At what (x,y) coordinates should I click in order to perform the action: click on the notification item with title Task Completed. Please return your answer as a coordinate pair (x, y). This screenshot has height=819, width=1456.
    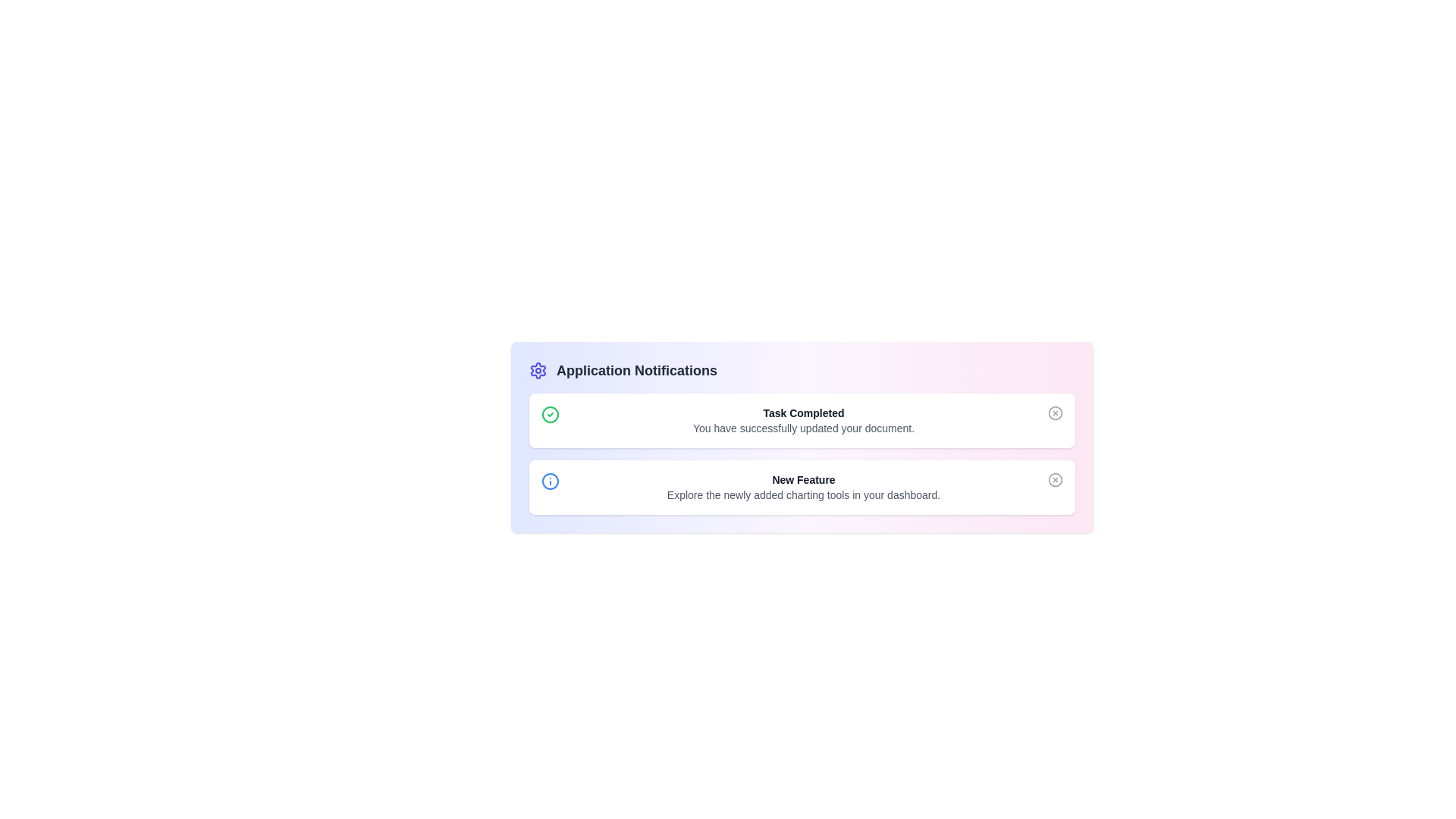
    Looking at the image, I should click on (801, 421).